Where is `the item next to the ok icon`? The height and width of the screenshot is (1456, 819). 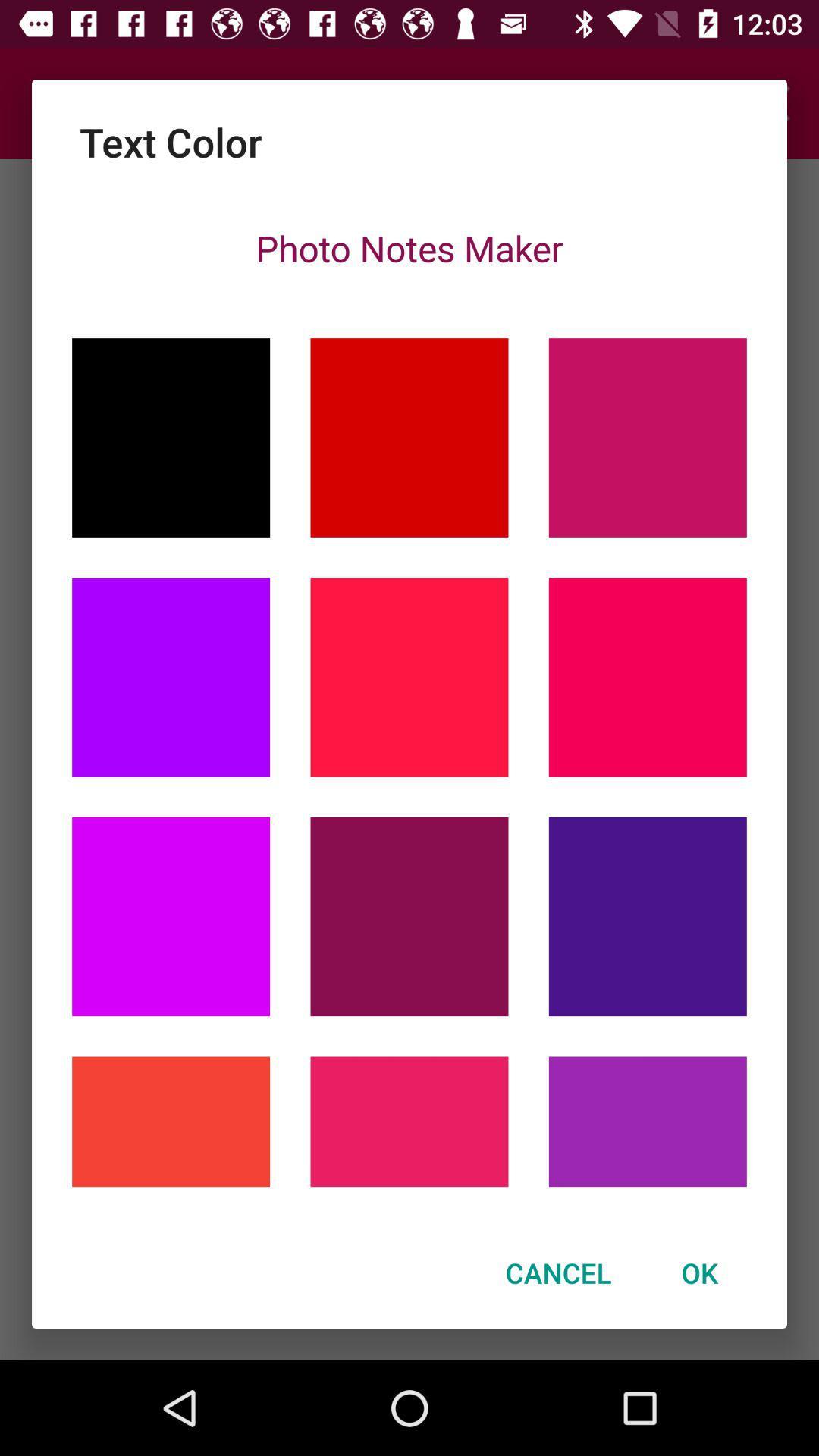
the item next to the ok icon is located at coordinates (558, 1272).